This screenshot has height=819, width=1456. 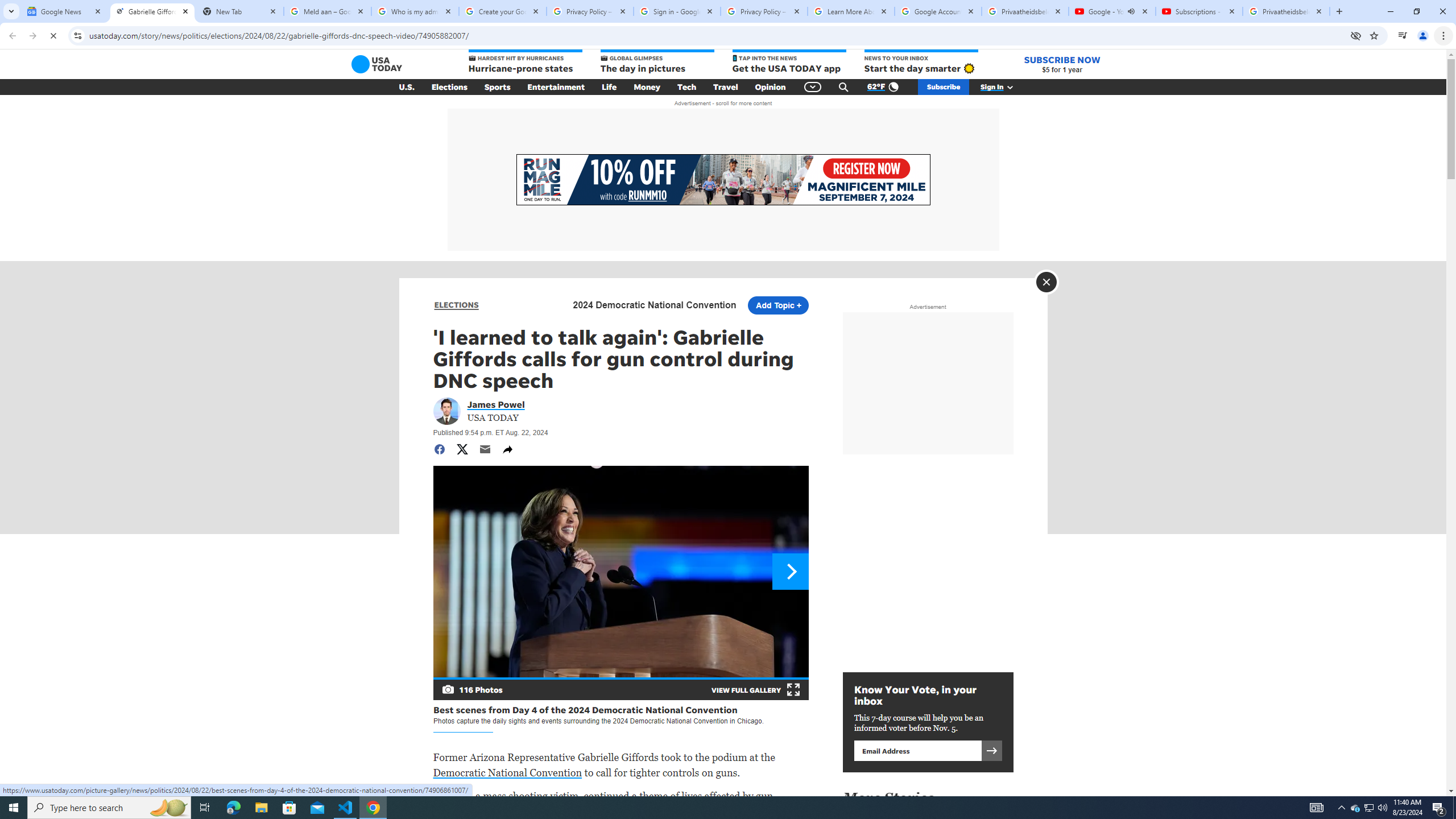 What do you see at coordinates (725, 87) in the screenshot?
I see `'Travel'` at bounding box center [725, 87].